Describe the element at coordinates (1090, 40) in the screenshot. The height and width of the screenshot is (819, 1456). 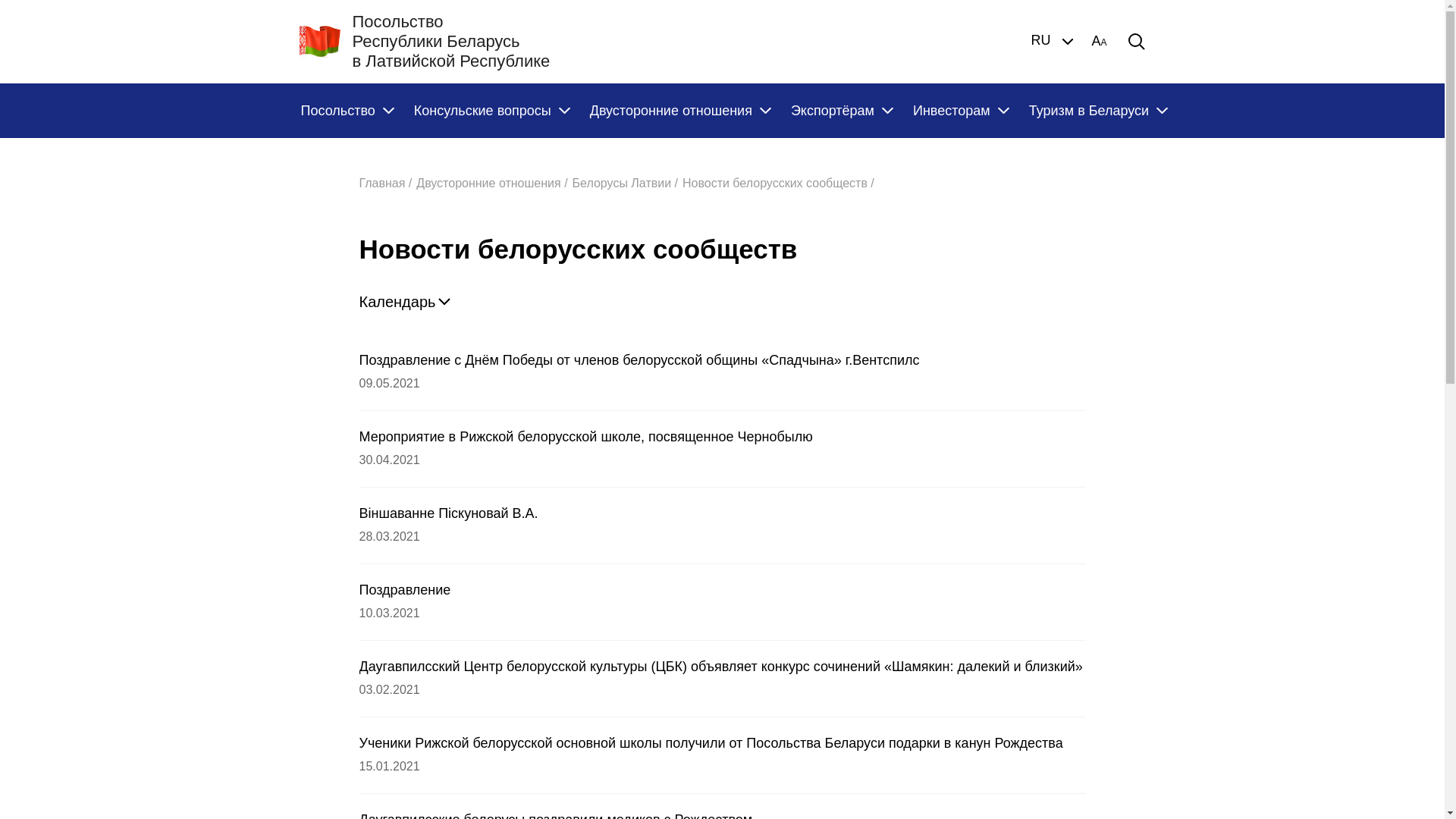
I see `'AA'` at that location.